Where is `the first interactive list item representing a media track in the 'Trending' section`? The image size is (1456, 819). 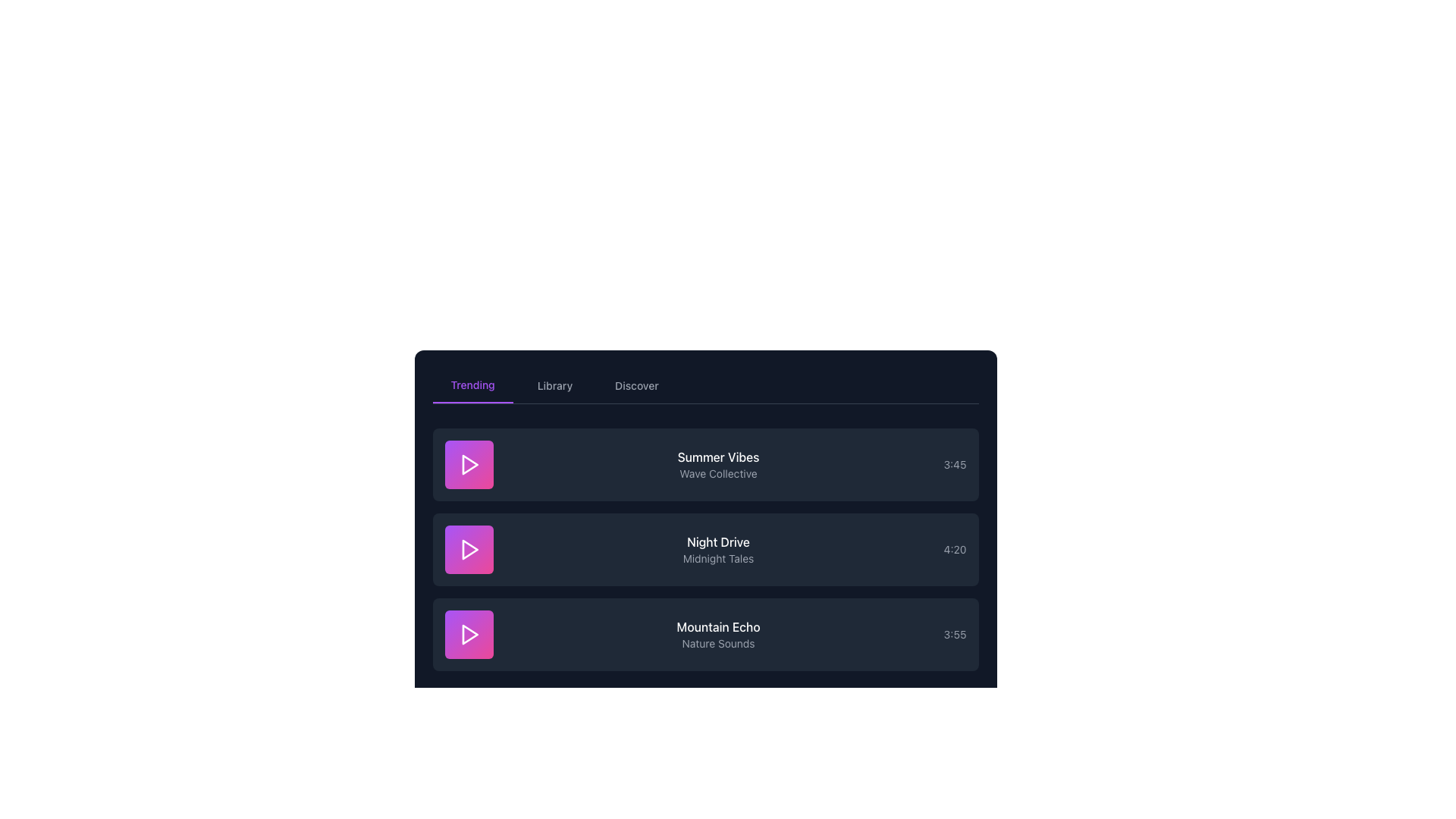 the first interactive list item representing a media track in the 'Trending' section is located at coordinates (704, 464).